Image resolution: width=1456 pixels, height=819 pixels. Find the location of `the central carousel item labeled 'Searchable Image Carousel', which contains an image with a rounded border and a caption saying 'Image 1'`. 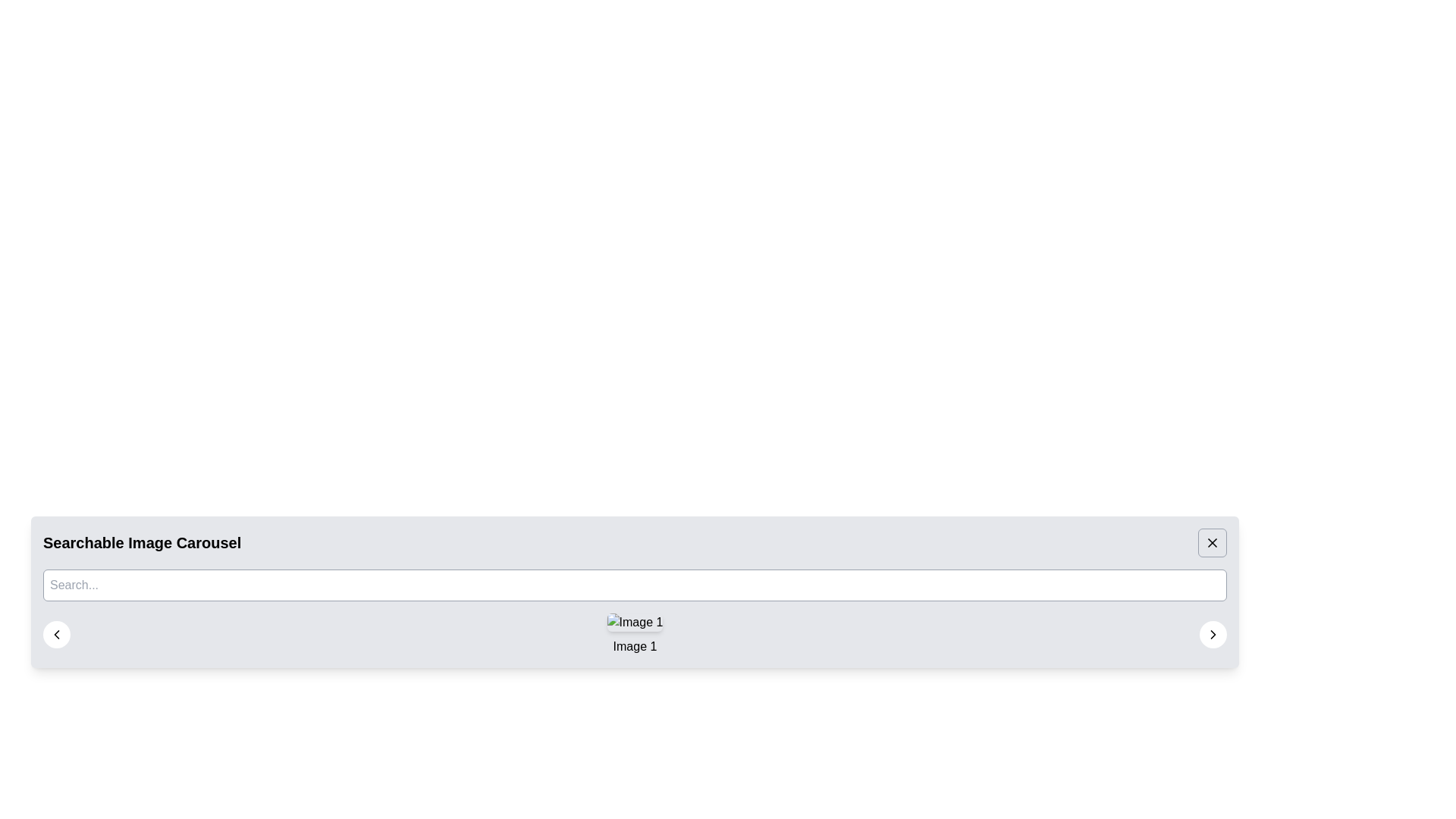

the central carousel item labeled 'Searchable Image Carousel', which contains an image with a rounded border and a caption saying 'Image 1' is located at coordinates (635, 635).